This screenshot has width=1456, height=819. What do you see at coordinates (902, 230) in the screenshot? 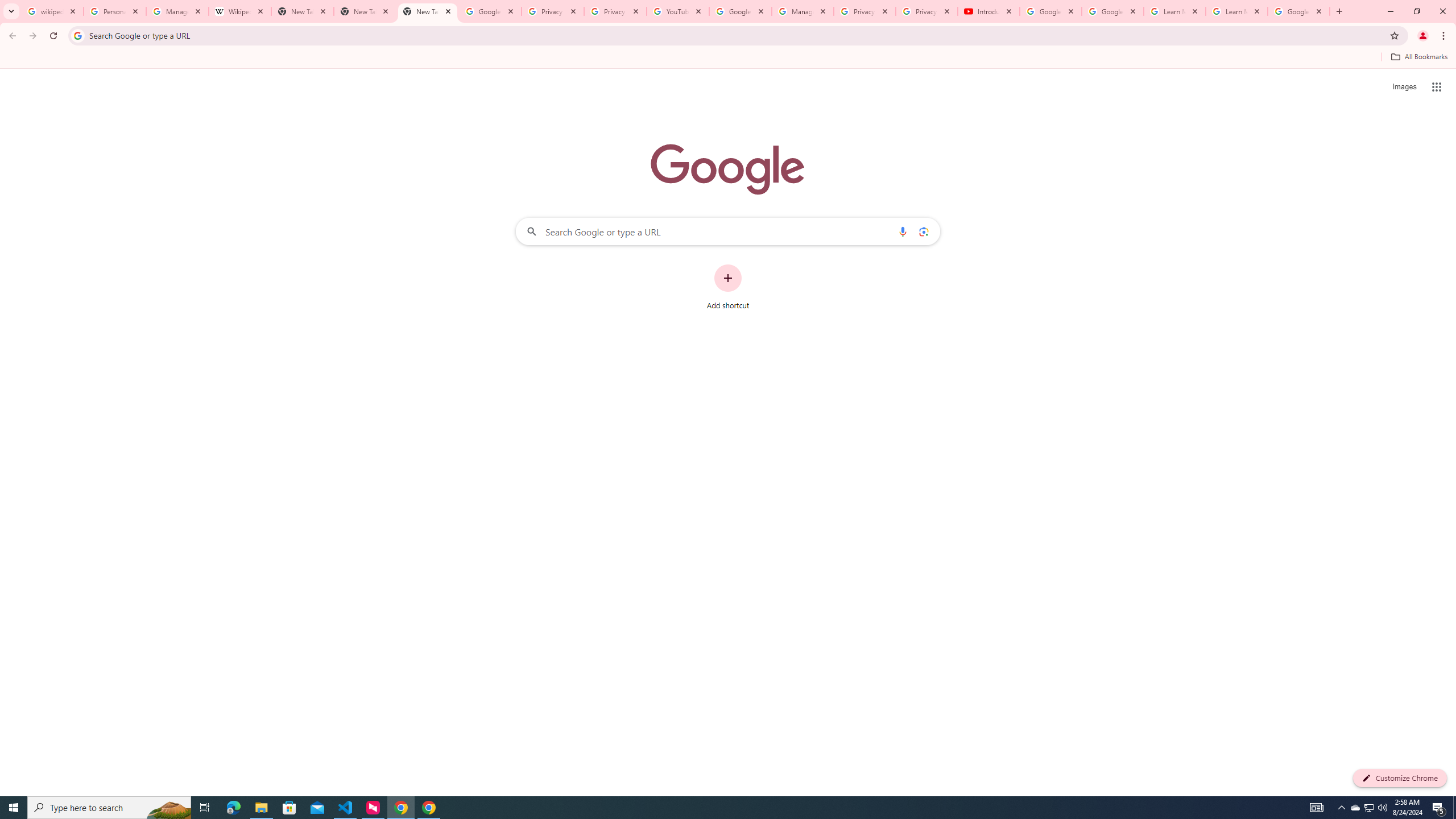
I see `'Search by voice'` at bounding box center [902, 230].